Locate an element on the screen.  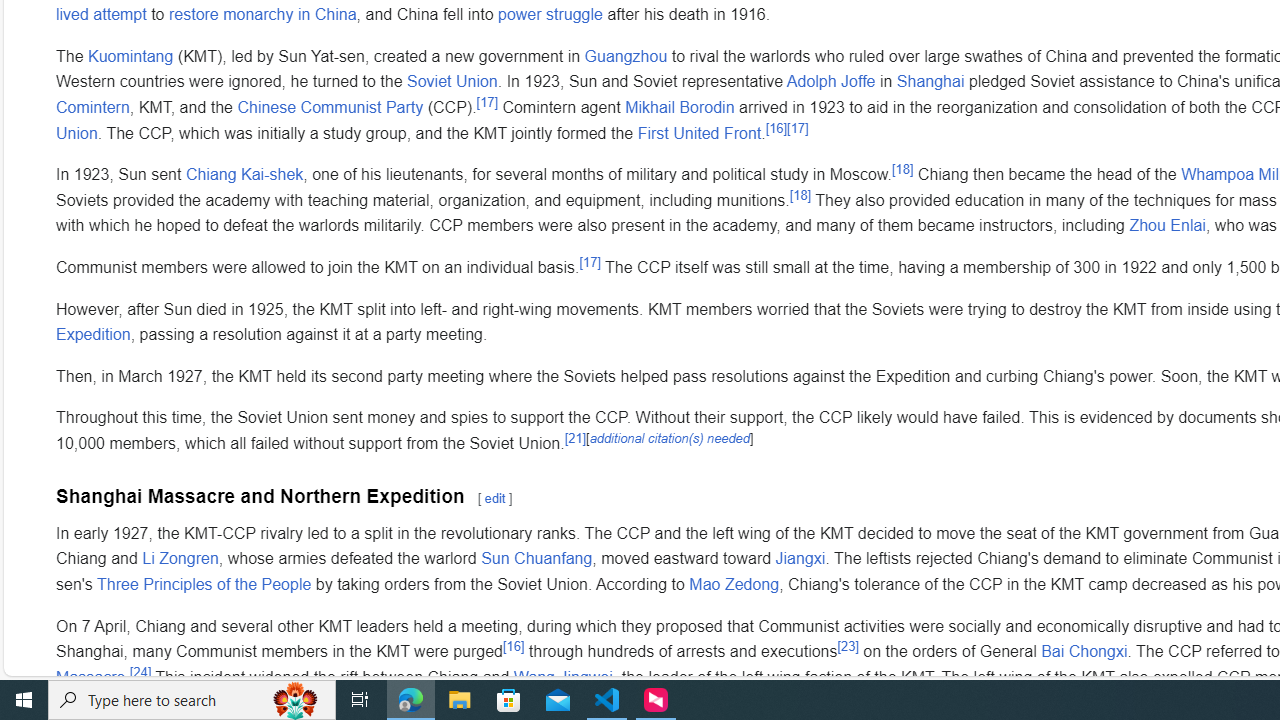
'Zhou Enlai' is located at coordinates (1167, 225).